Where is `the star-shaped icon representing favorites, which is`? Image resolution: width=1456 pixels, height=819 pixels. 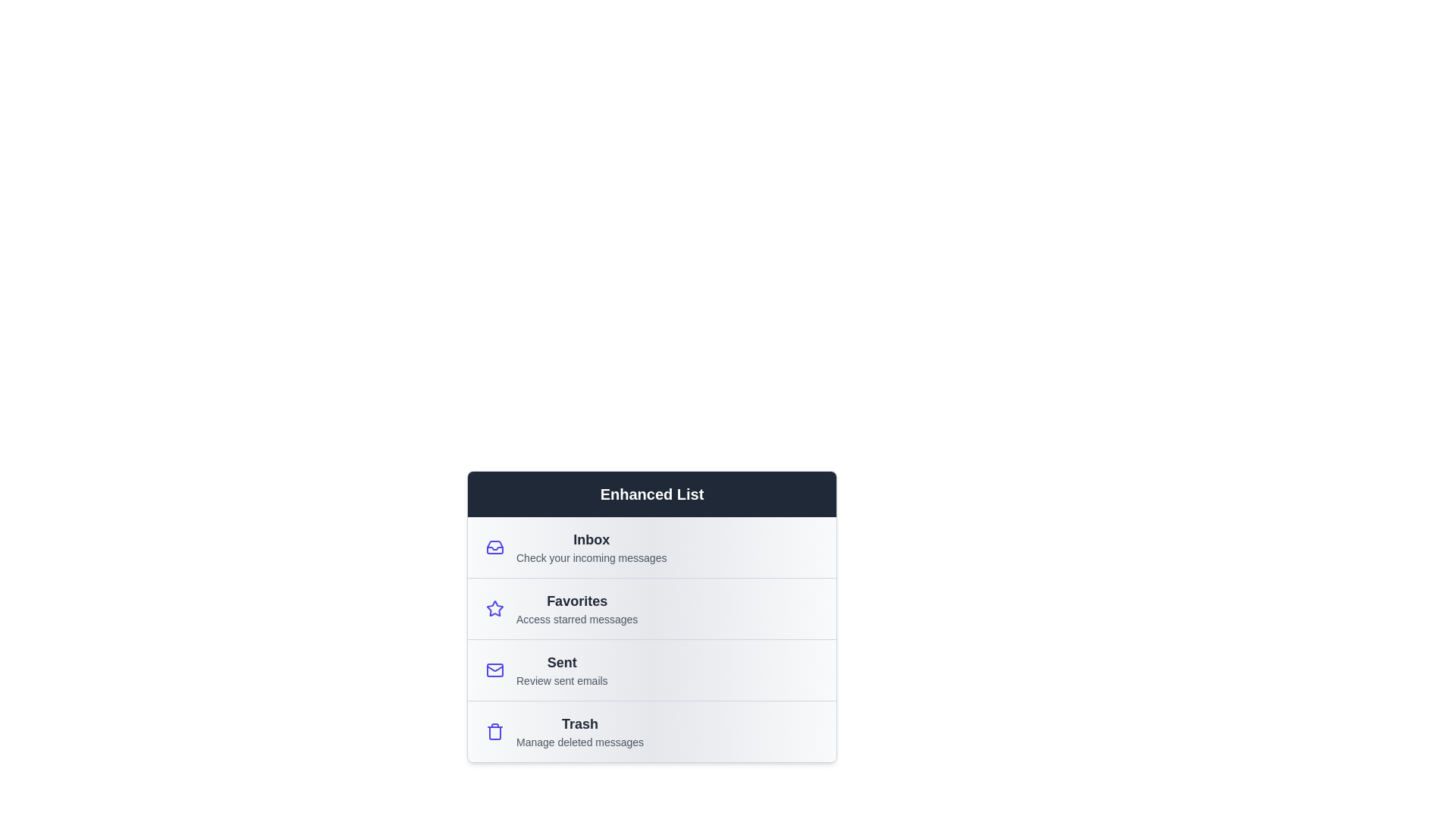 the star-shaped icon representing favorites, which is is located at coordinates (494, 607).